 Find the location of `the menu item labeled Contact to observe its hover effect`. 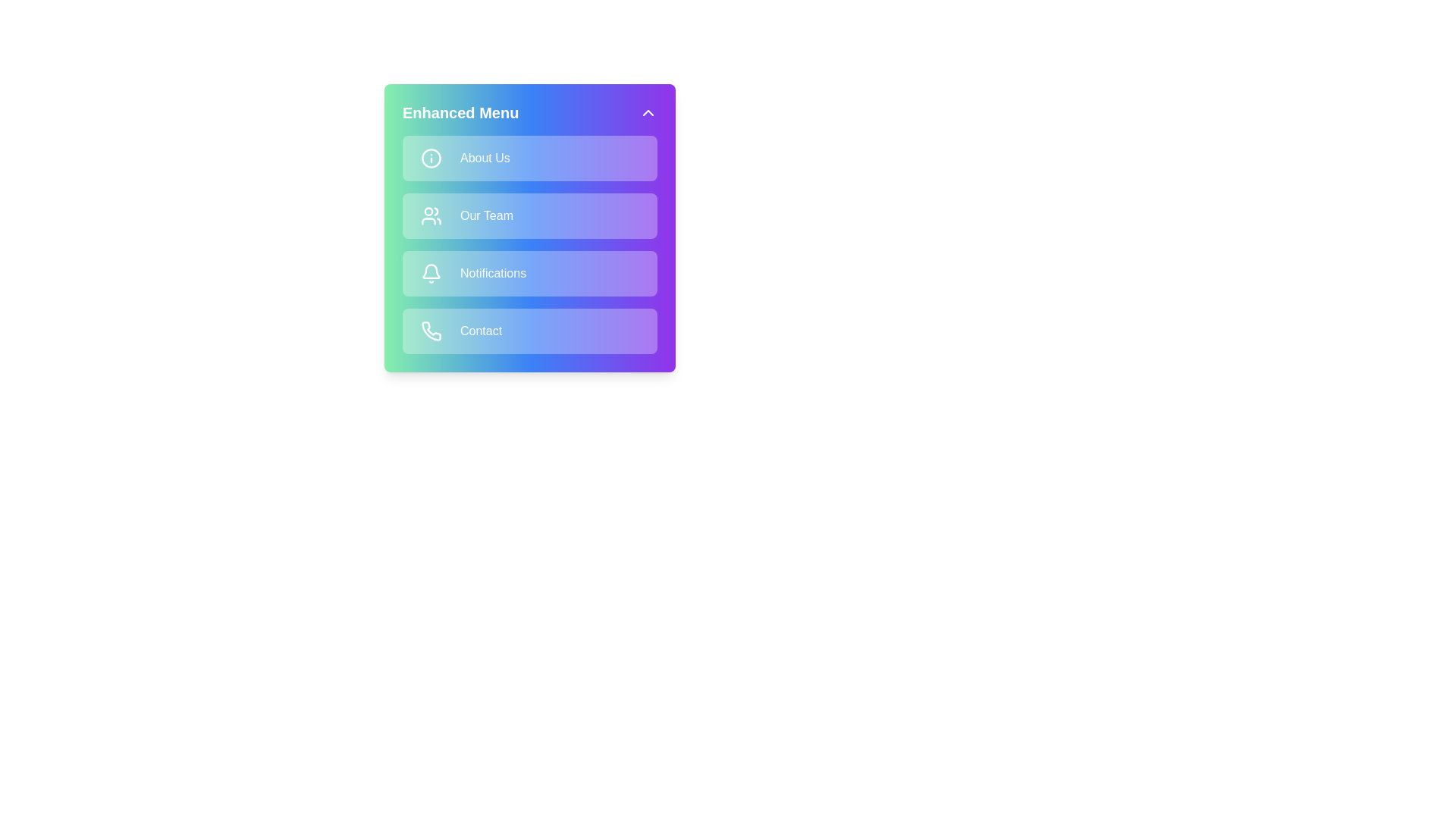

the menu item labeled Contact to observe its hover effect is located at coordinates (530, 330).